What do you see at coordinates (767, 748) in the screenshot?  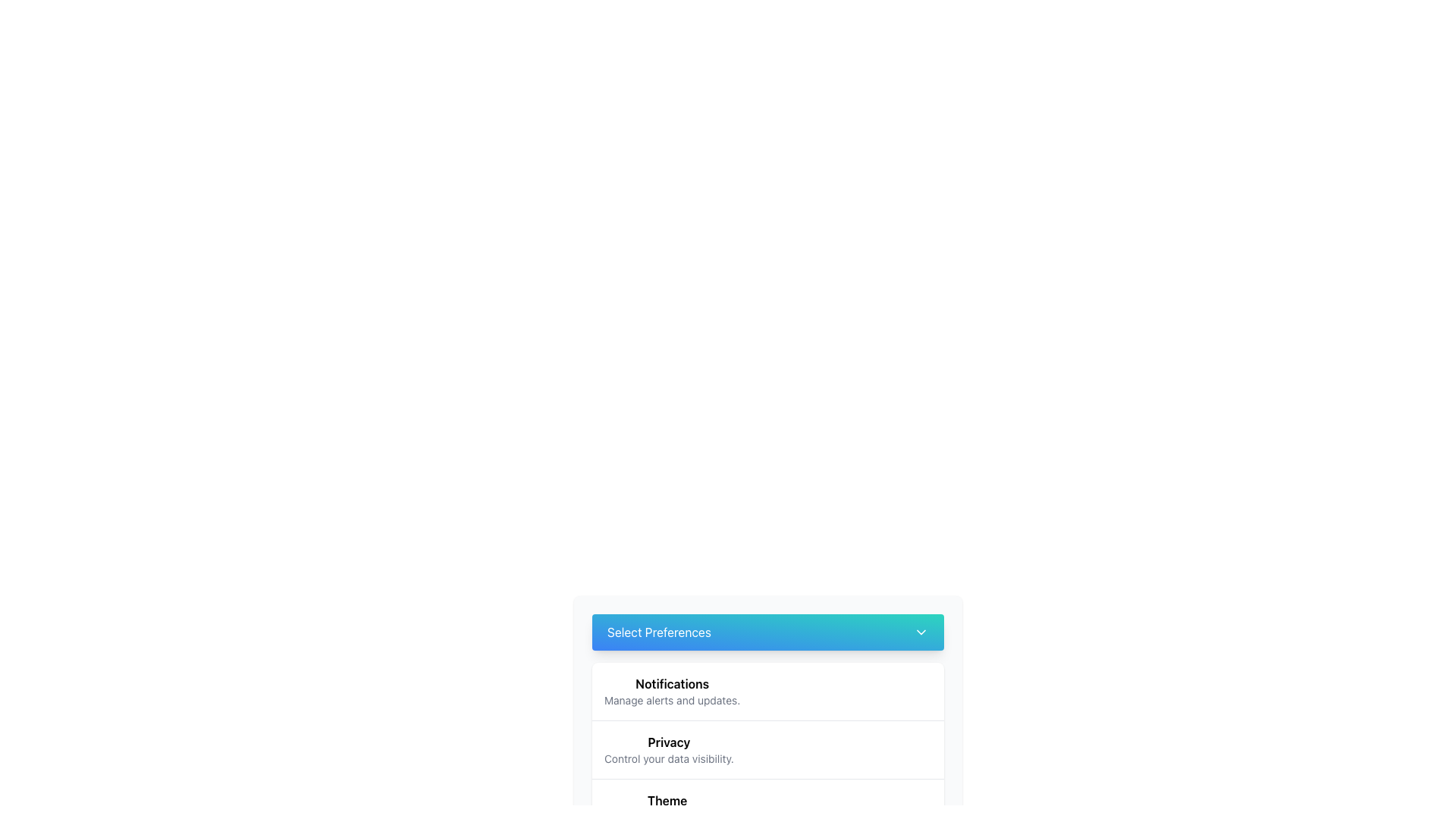 I see `the List Item element displaying 'Privacy'` at bounding box center [767, 748].